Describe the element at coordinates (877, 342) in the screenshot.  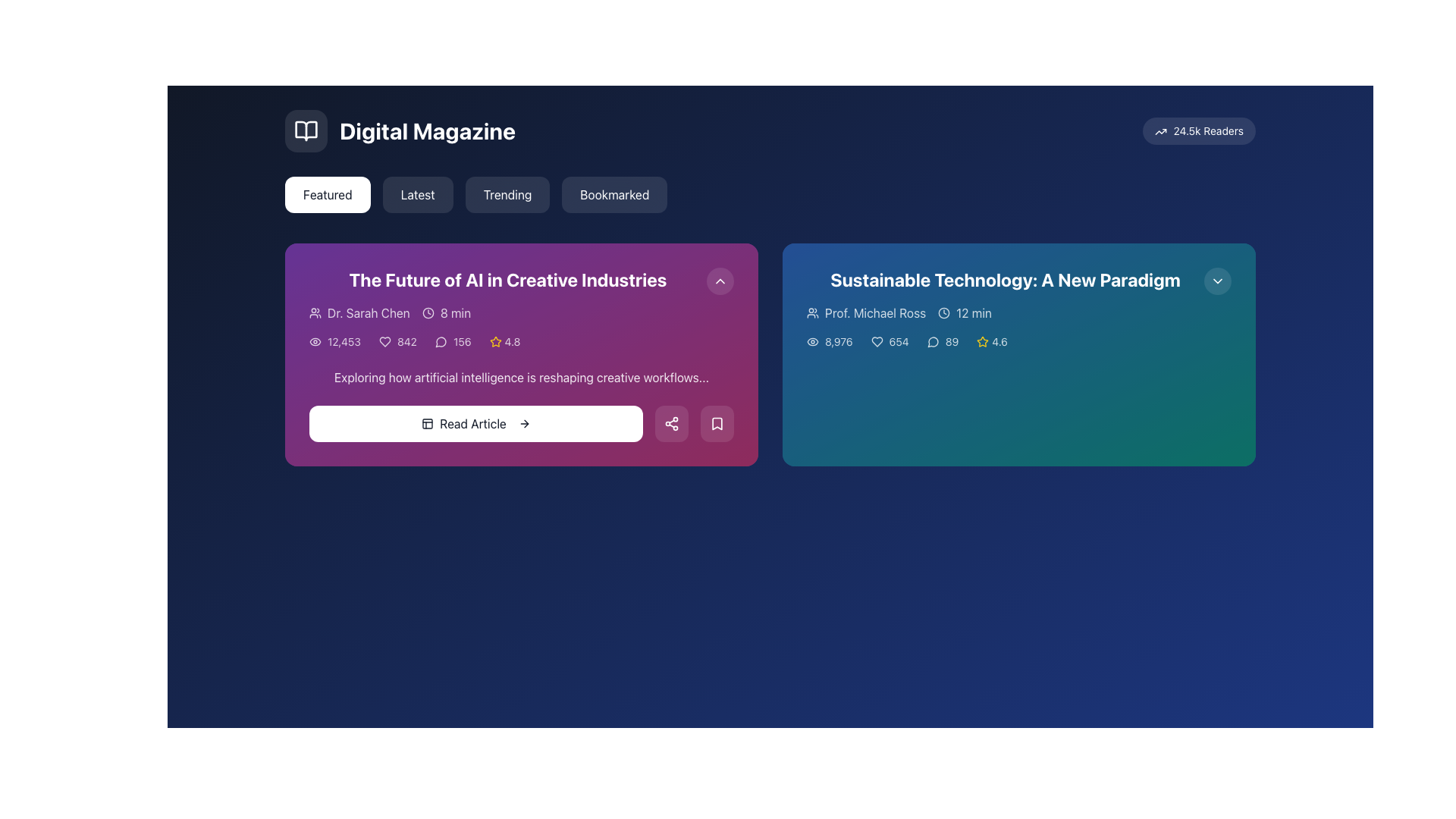
I see `the heart icon located to the left of the numeric value '654' under the article summary of 'Sustainable Technology: A New Paradigm'` at that location.